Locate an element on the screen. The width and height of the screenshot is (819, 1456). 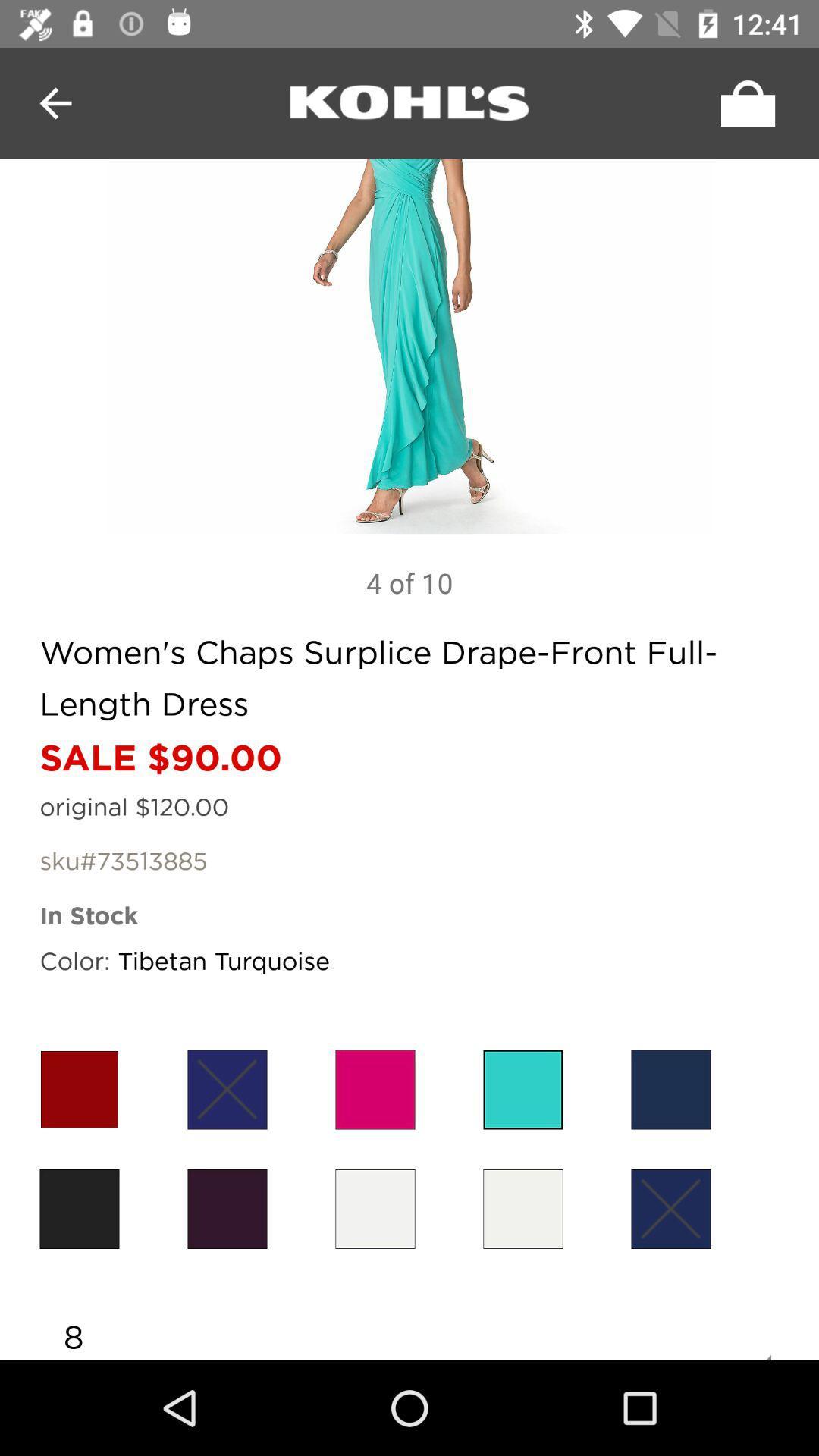
black color is located at coordinates (227, 1208).